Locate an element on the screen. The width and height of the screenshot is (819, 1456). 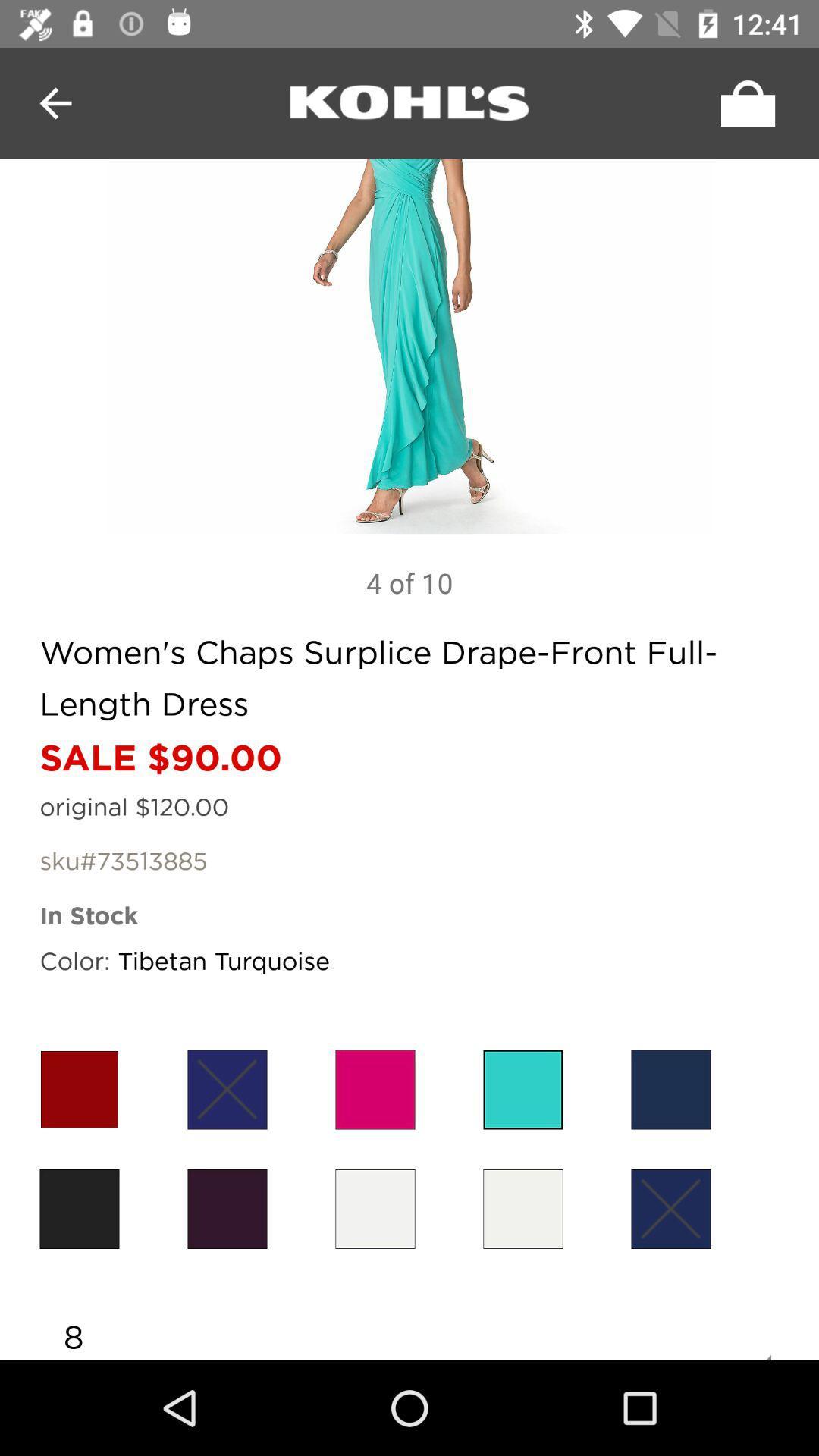
black color is located at coordinates (227, 1208).